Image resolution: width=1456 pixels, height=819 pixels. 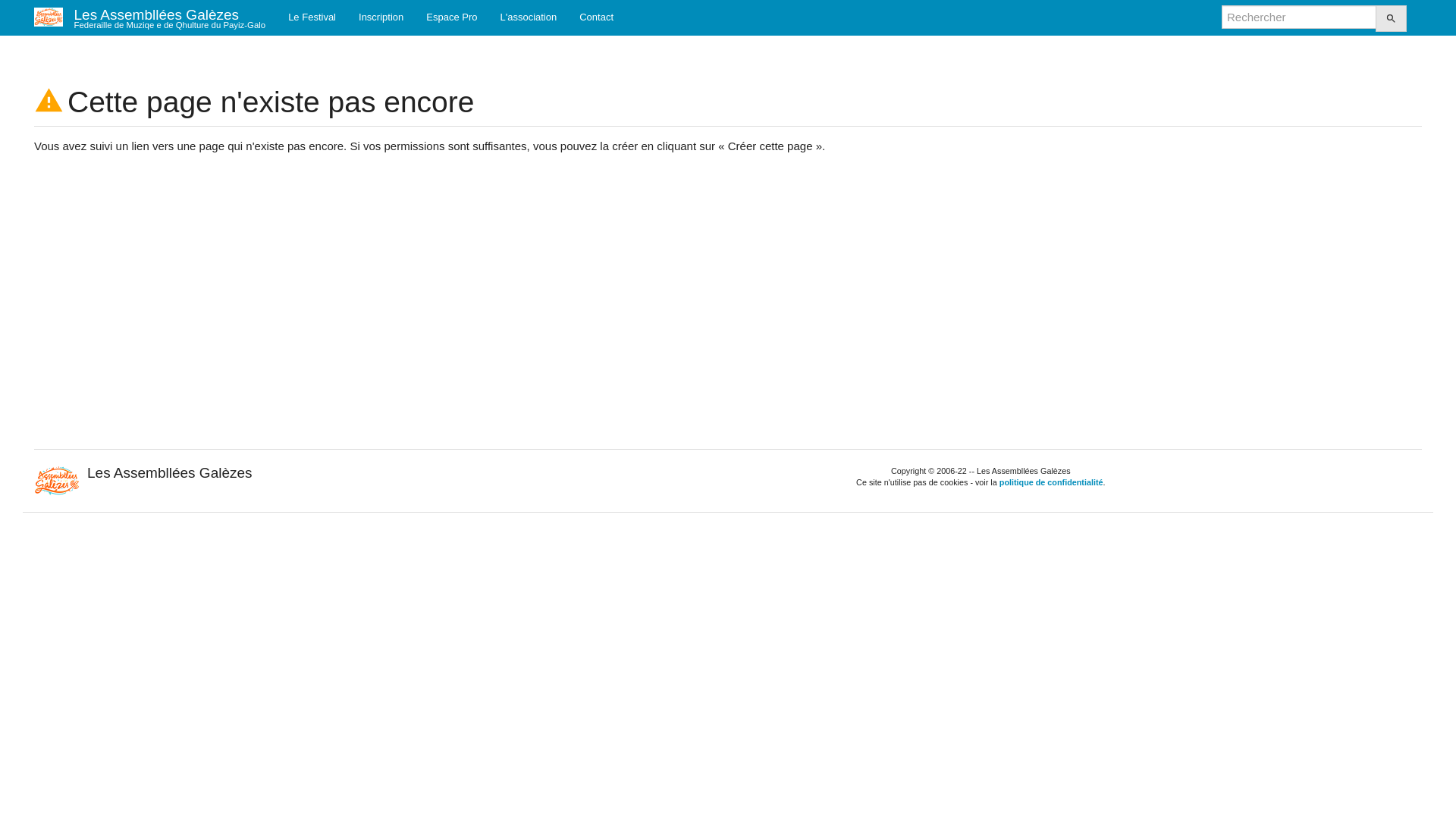 What do you see at coordinates (311, 17) in the screenshot?
I see `'Le Festival'` at bounding box center [311, 17].